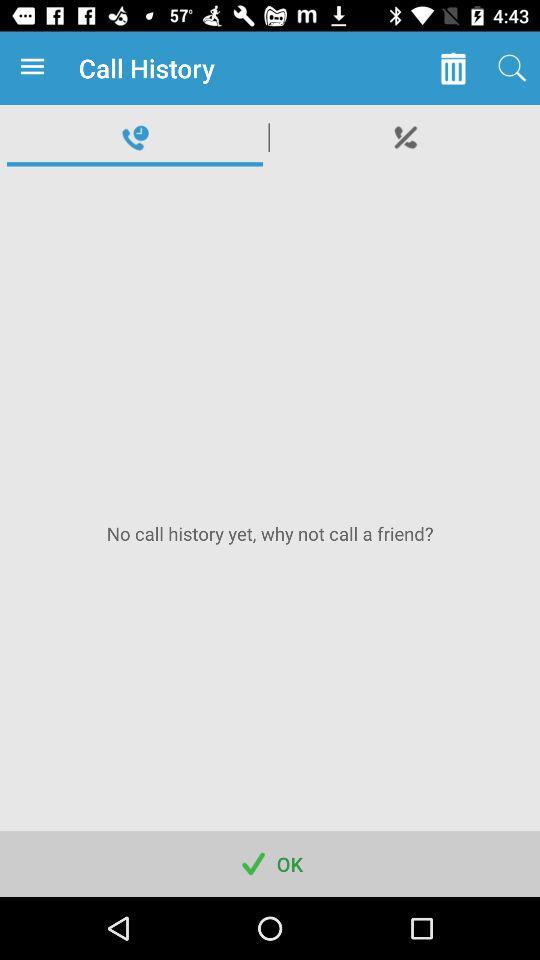 The width and height of the screenshot is (540, 960). I want to click on the ok icon, so click(270, 863).